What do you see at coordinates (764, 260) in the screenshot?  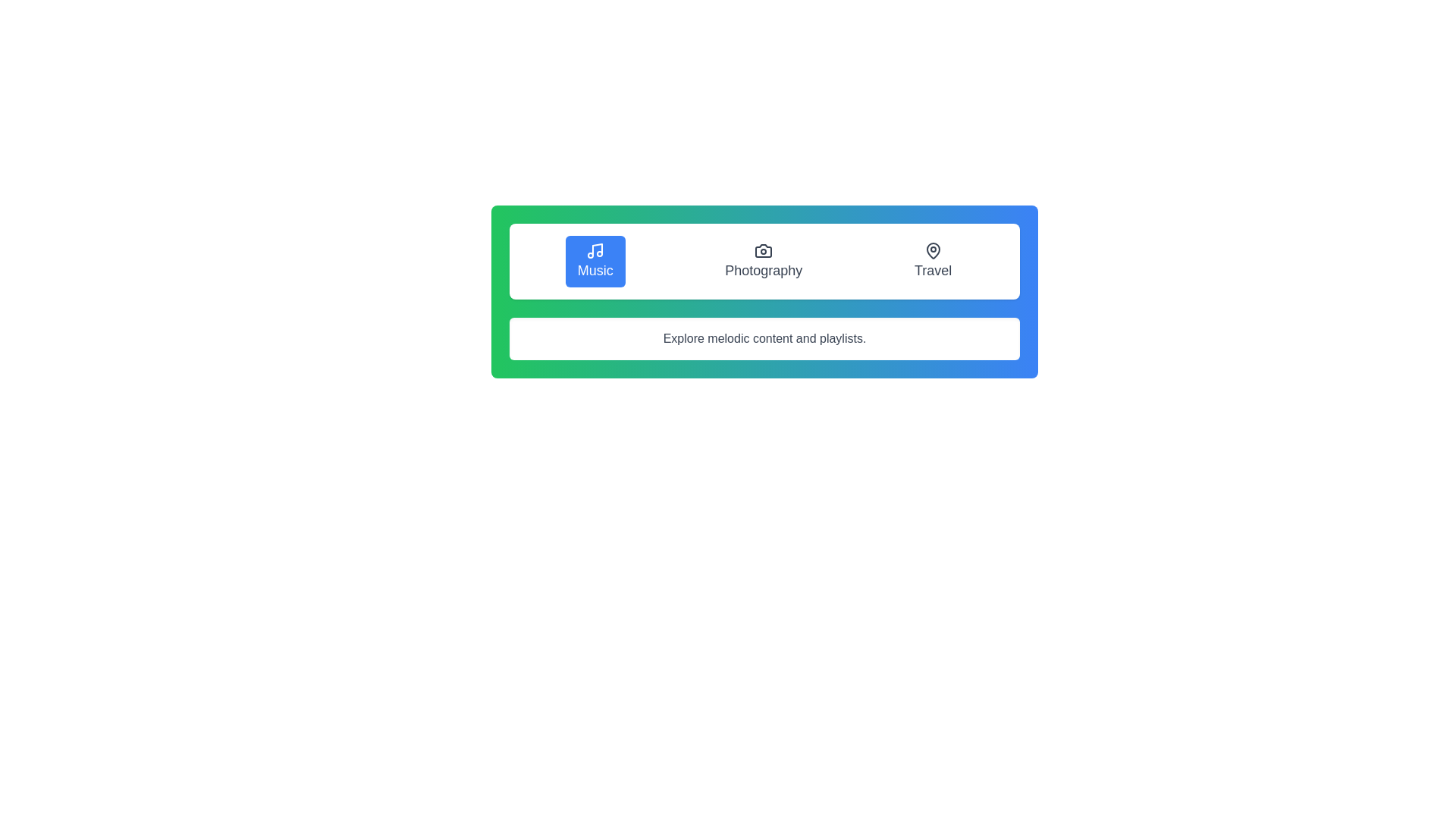 I see `the Photography tab to switch content` at bounding box center [764, 260].